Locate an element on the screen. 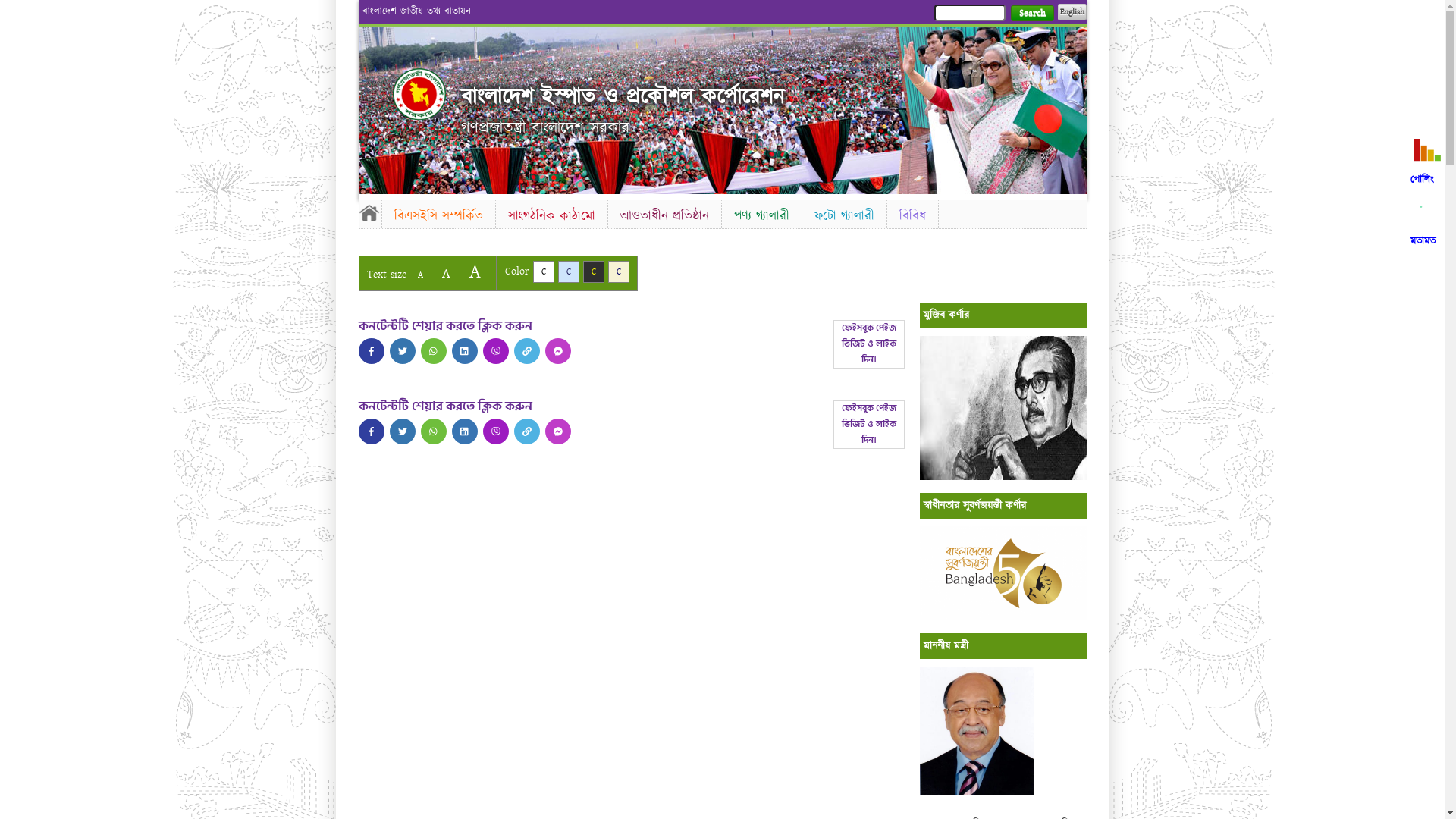 The height and width of the screenshot is (819, 1456). 'A' is located at coordinates (473, 271).